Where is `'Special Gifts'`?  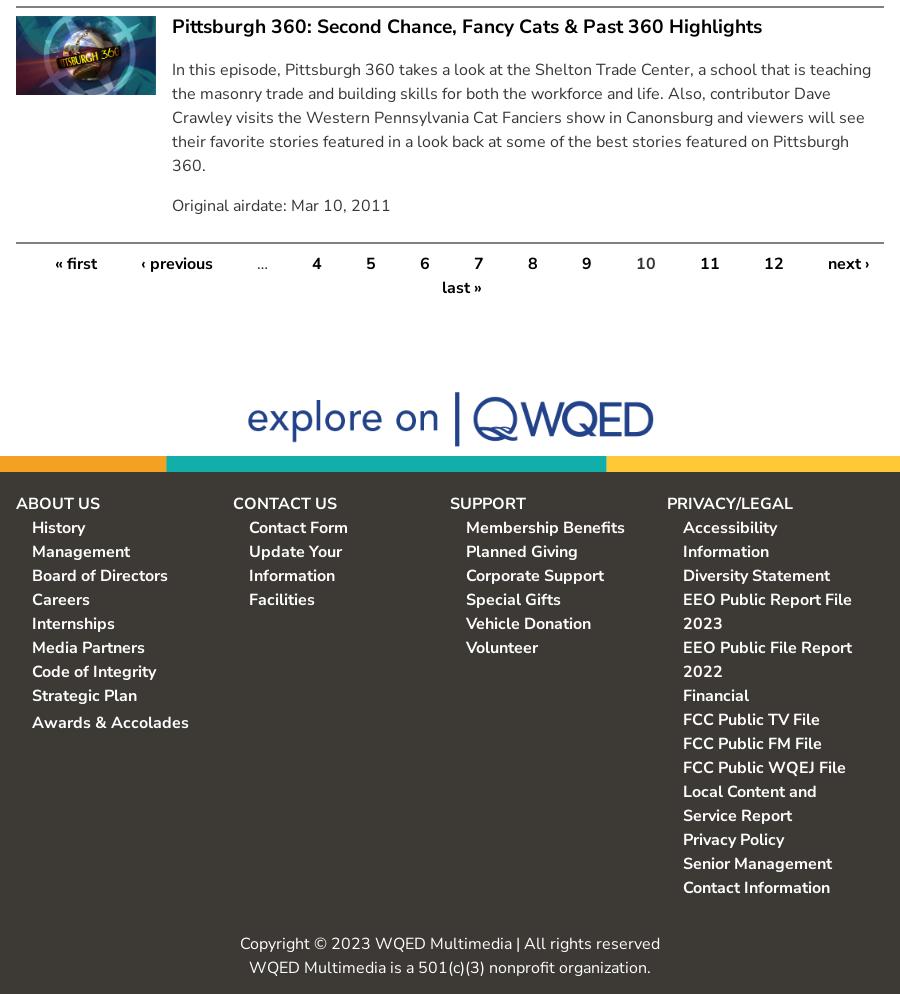 'Special Gifts' is located at coordinates (512, 598).